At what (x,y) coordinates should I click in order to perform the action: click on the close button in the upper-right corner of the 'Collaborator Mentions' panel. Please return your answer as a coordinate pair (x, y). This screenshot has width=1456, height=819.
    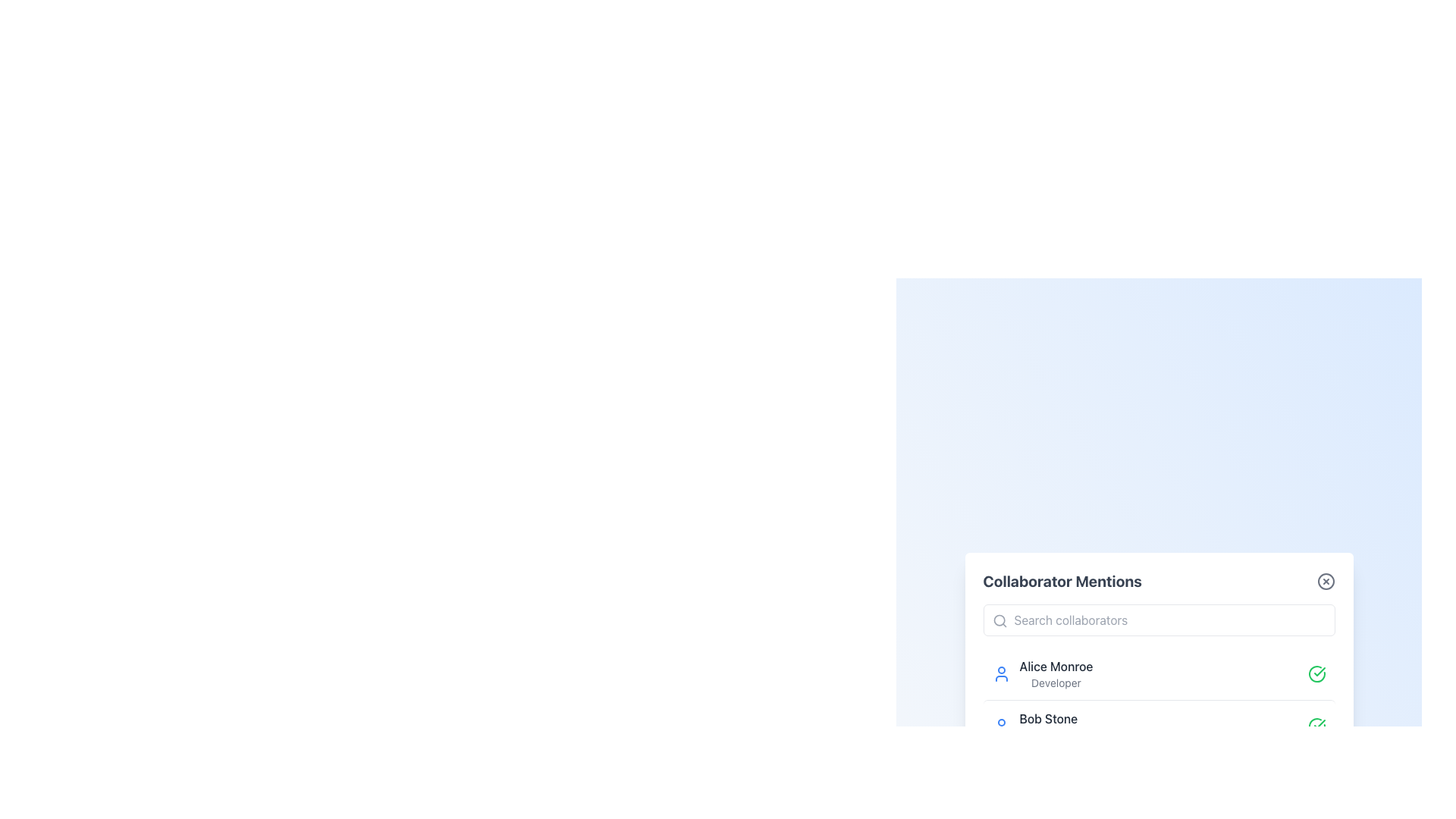
    Looking at the image, I should click on (1325, 581).